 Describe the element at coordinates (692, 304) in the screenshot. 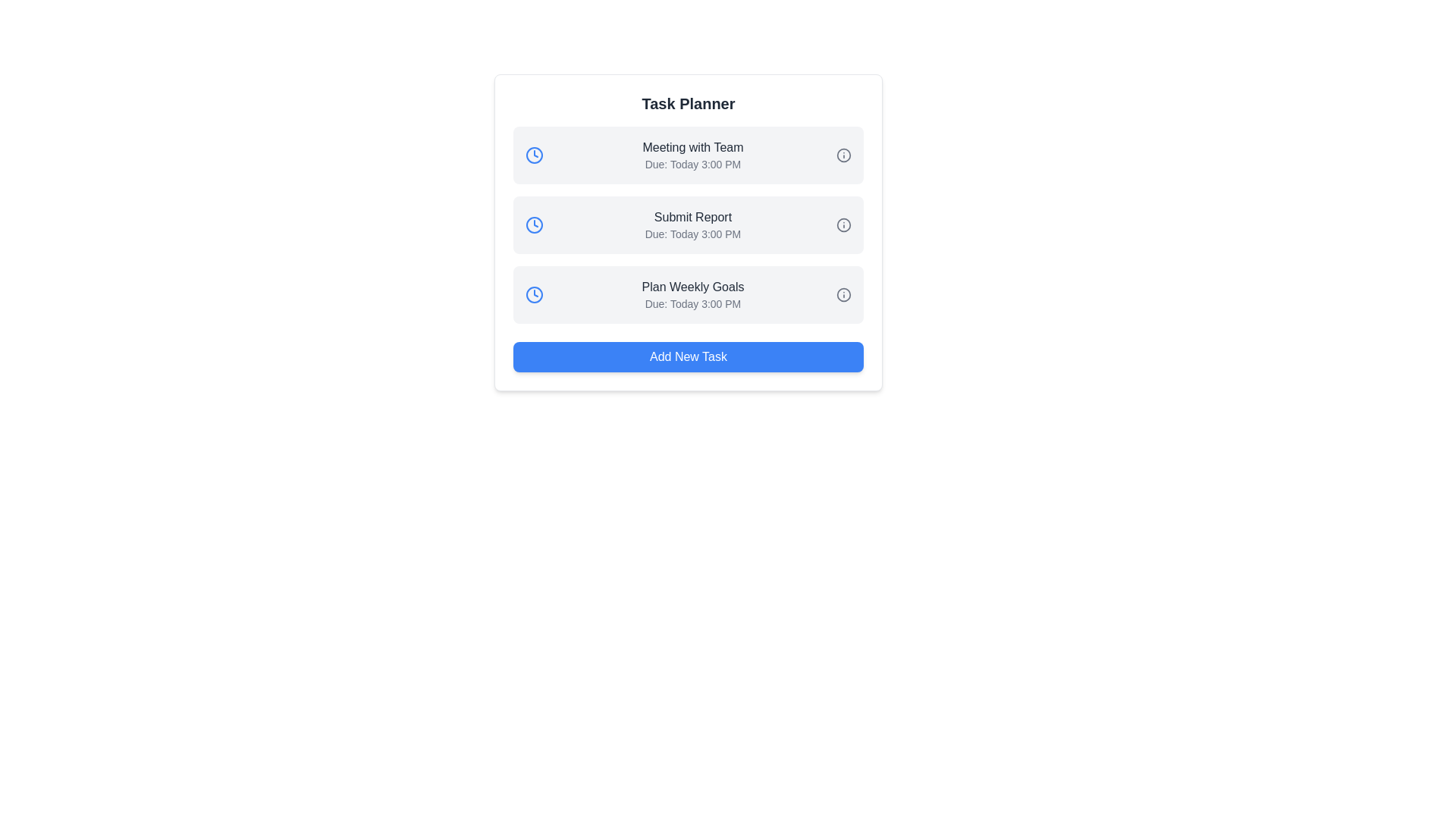

I see `the label displaying the due date and time for the task titled 'Plan Weekly Goals', located within the 'Task Planner' section` at that location.